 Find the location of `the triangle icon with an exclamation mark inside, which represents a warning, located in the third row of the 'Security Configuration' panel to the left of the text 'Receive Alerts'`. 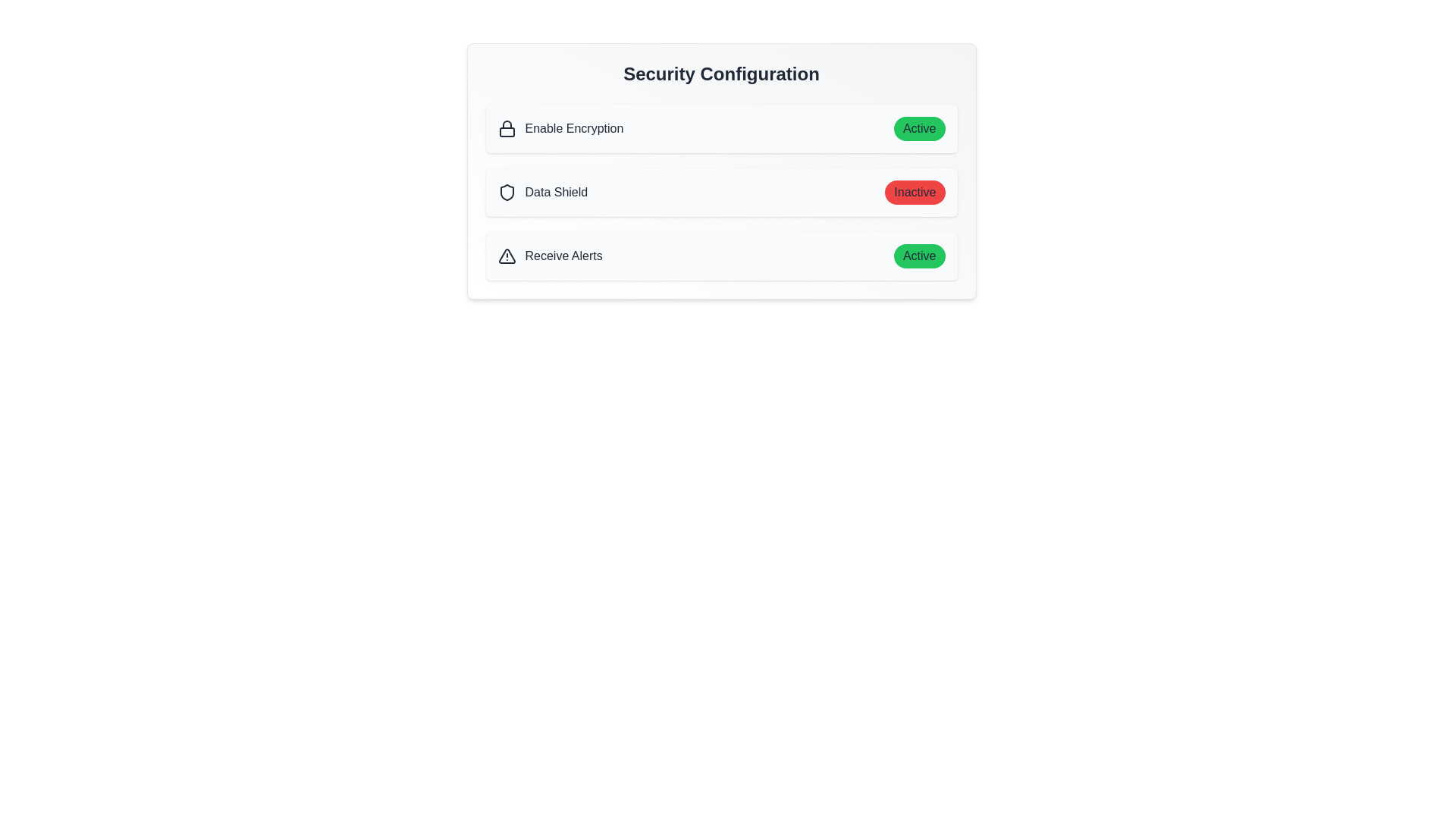

the triangle icon with an exclamation mark inside, which represents a warning, located in the third row of the 'Security Configuration' panel to the left of the text 'Receive Alerts' is located at coordinates (507, 256).